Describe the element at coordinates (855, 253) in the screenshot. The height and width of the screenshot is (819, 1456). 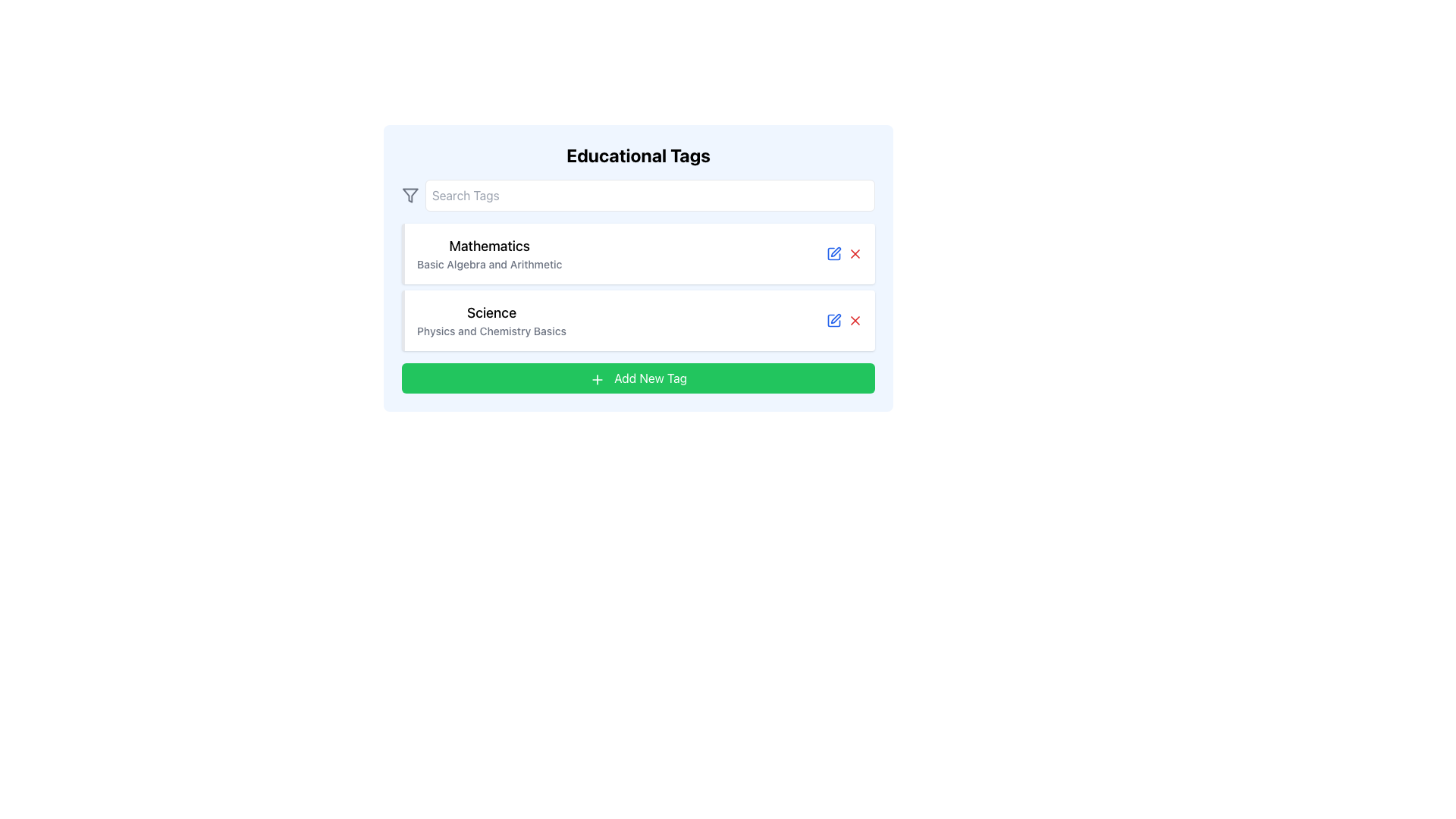
I see `the red 'X' icon button located to the right of the 'Edit' icon` at that location.